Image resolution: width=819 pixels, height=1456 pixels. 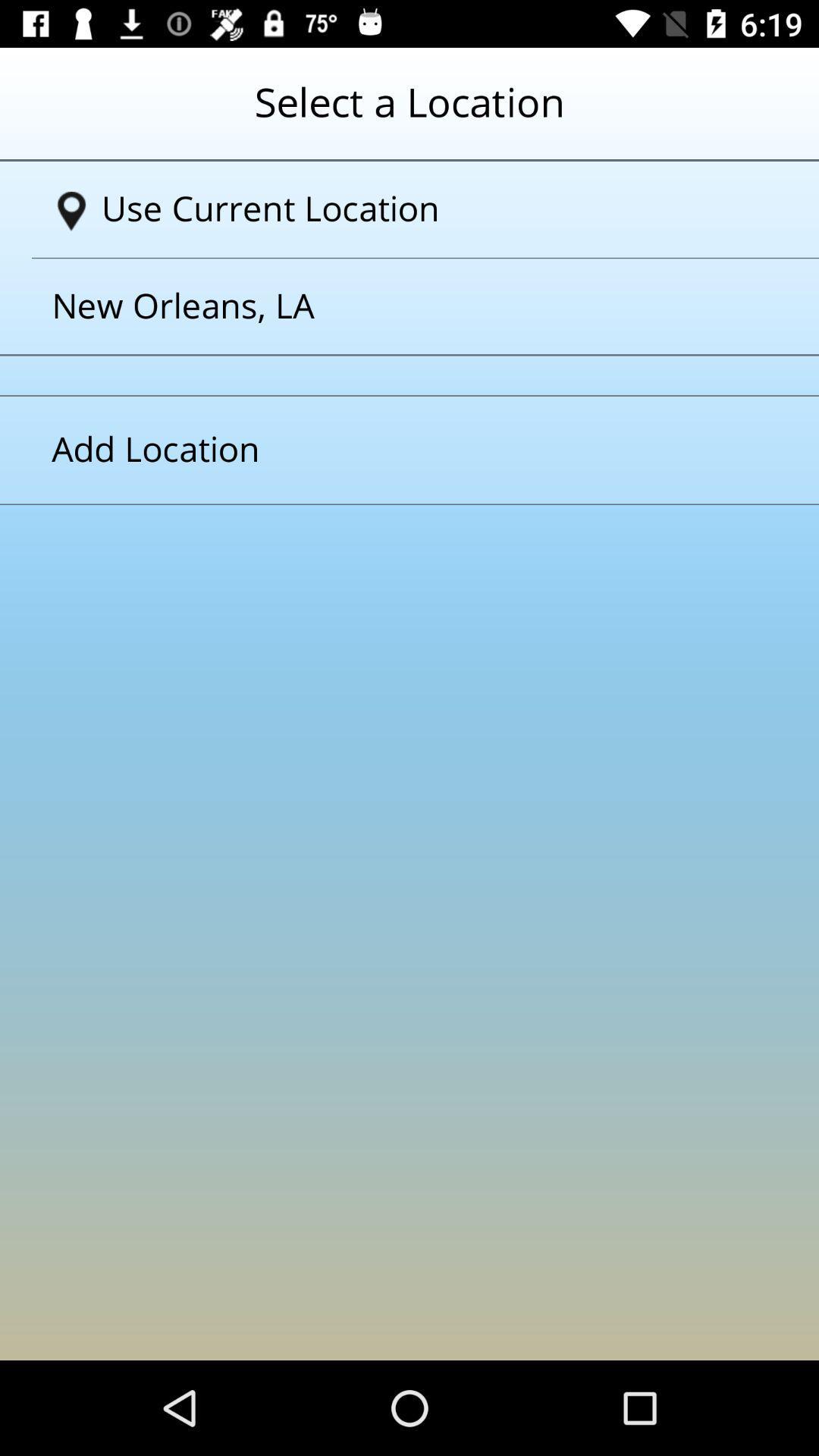 What do you see at coordinates (415, 209) in the screenshot?
I see `use current location` at bounding box center [415, 209].